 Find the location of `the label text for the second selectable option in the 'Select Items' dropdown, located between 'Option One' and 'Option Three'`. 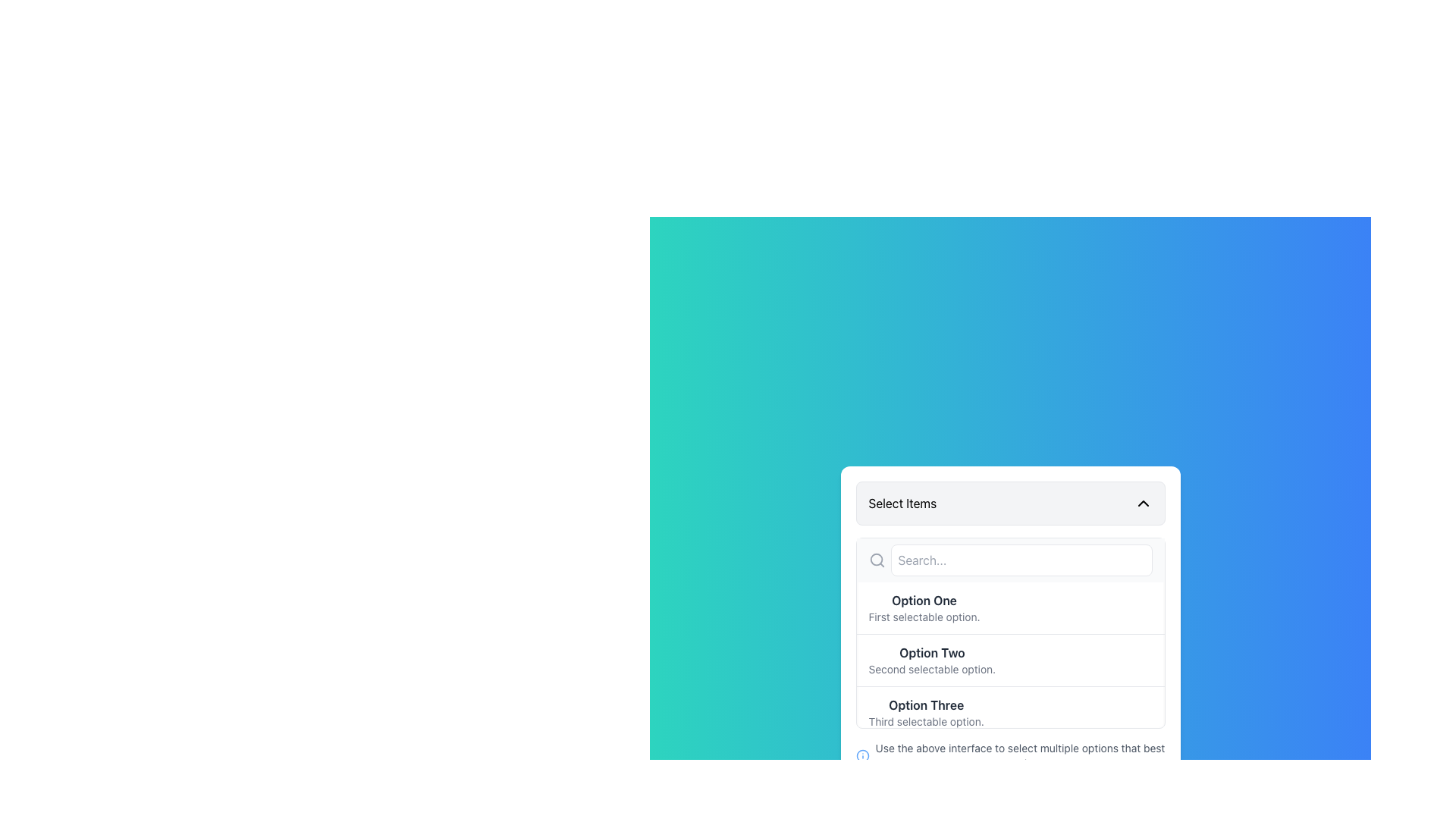

the label text for the second selectable option in the 'Select Items' dropdown, located between 'Option One' and 'Option Three' is located at coordinates (931, 651).